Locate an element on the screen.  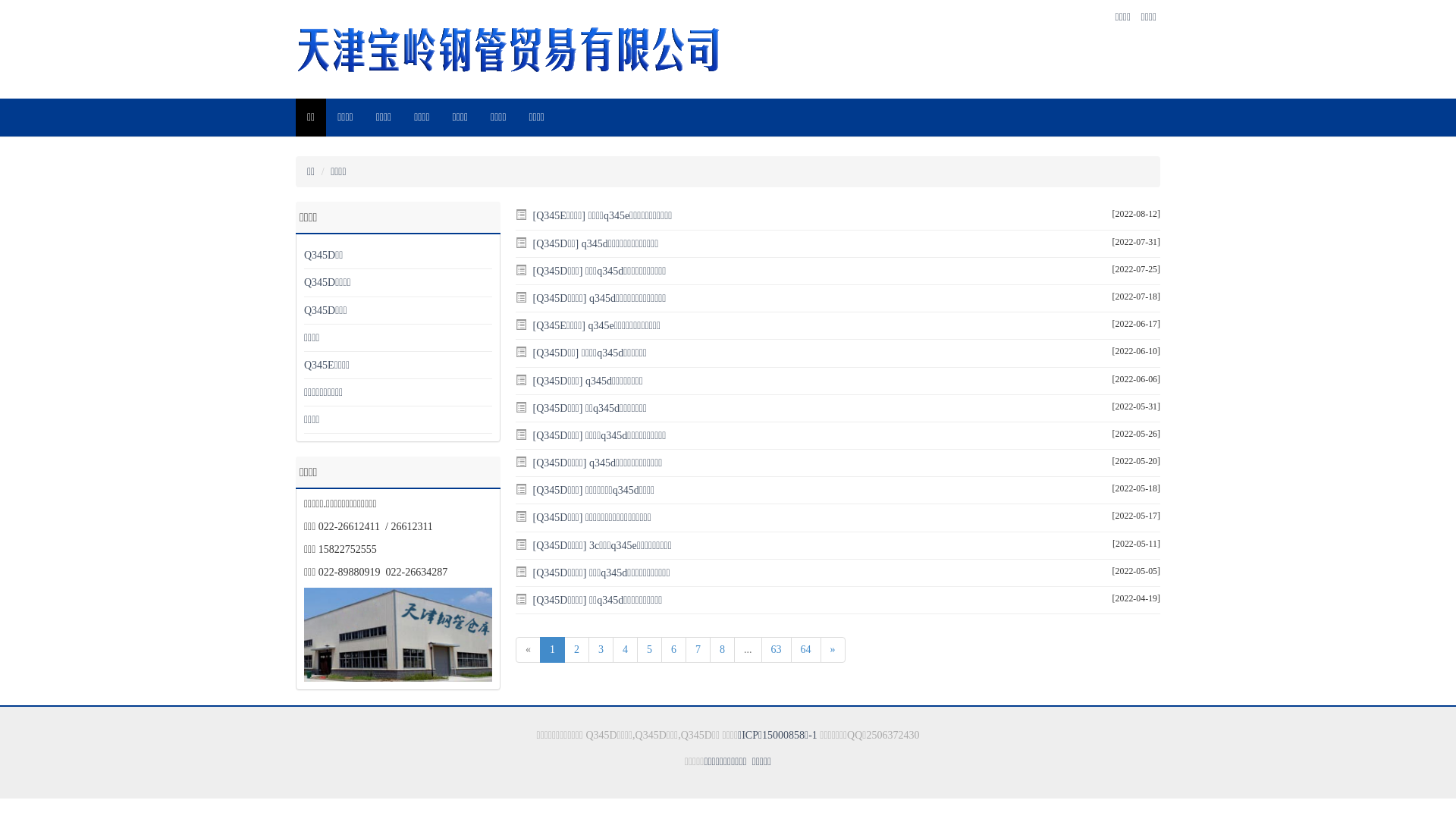
'3' is located at coordinates (600, 648).